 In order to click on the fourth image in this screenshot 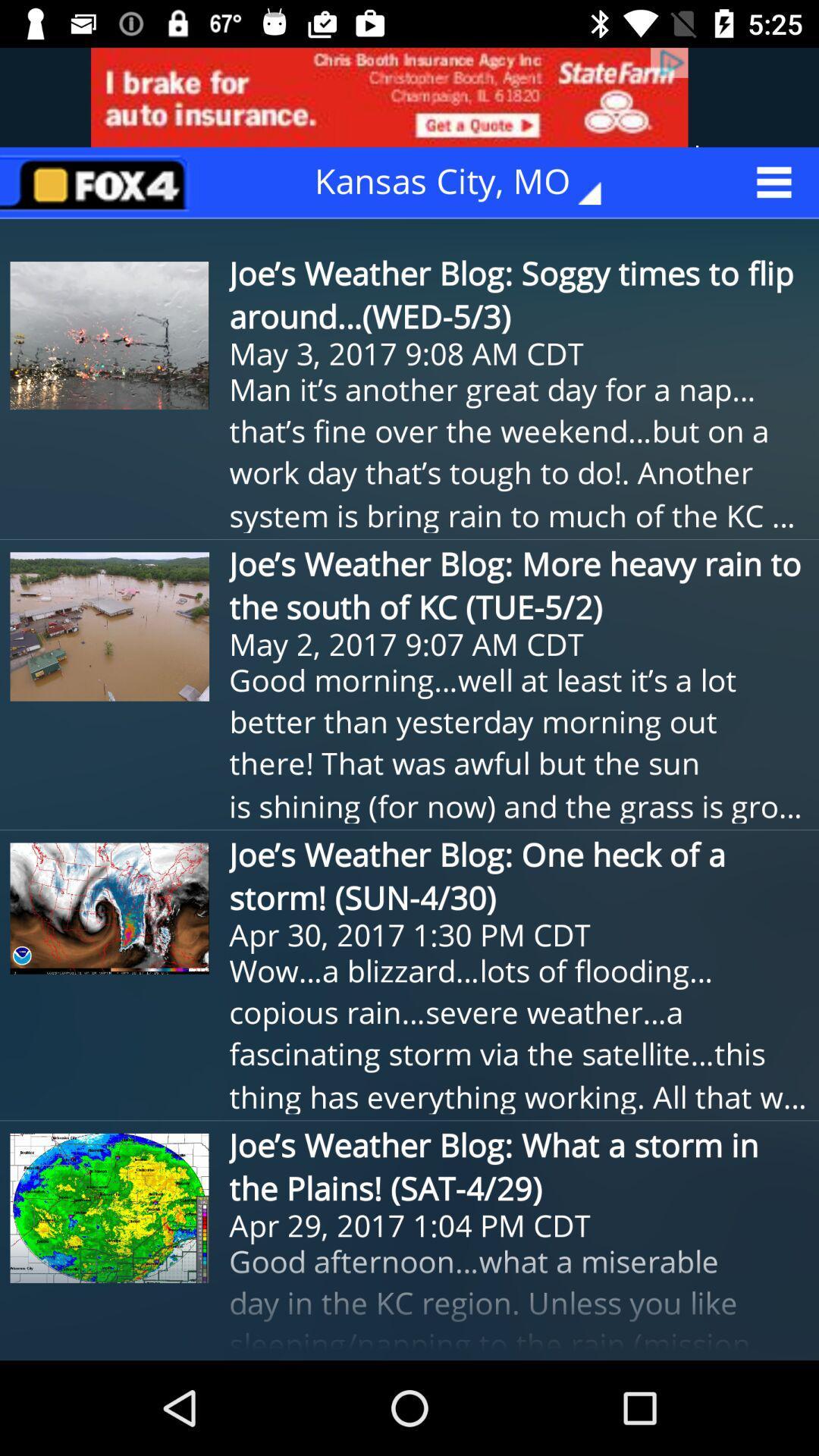, I will do `click(109, 1207)`.